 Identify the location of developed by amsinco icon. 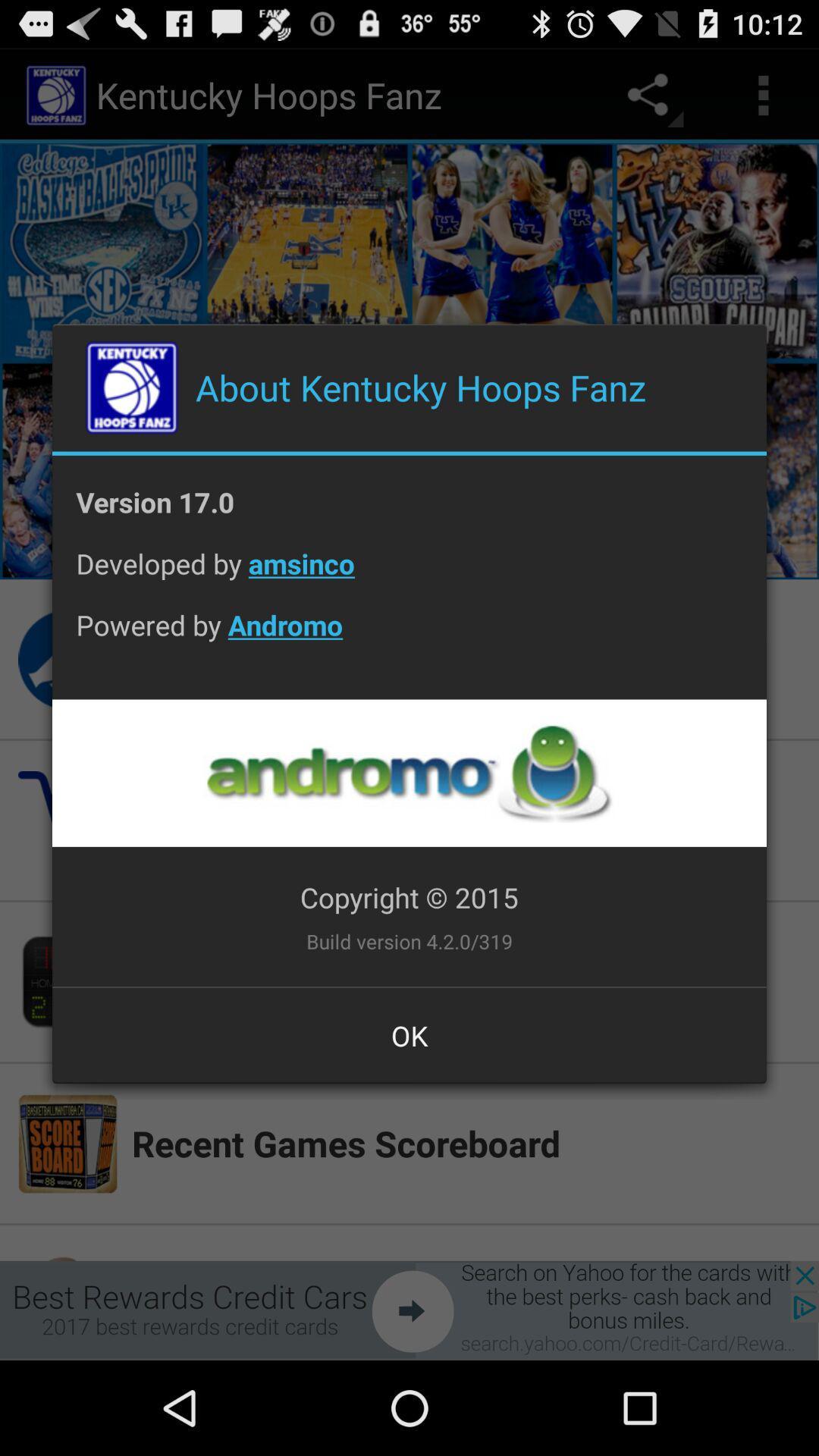
(409, 574).